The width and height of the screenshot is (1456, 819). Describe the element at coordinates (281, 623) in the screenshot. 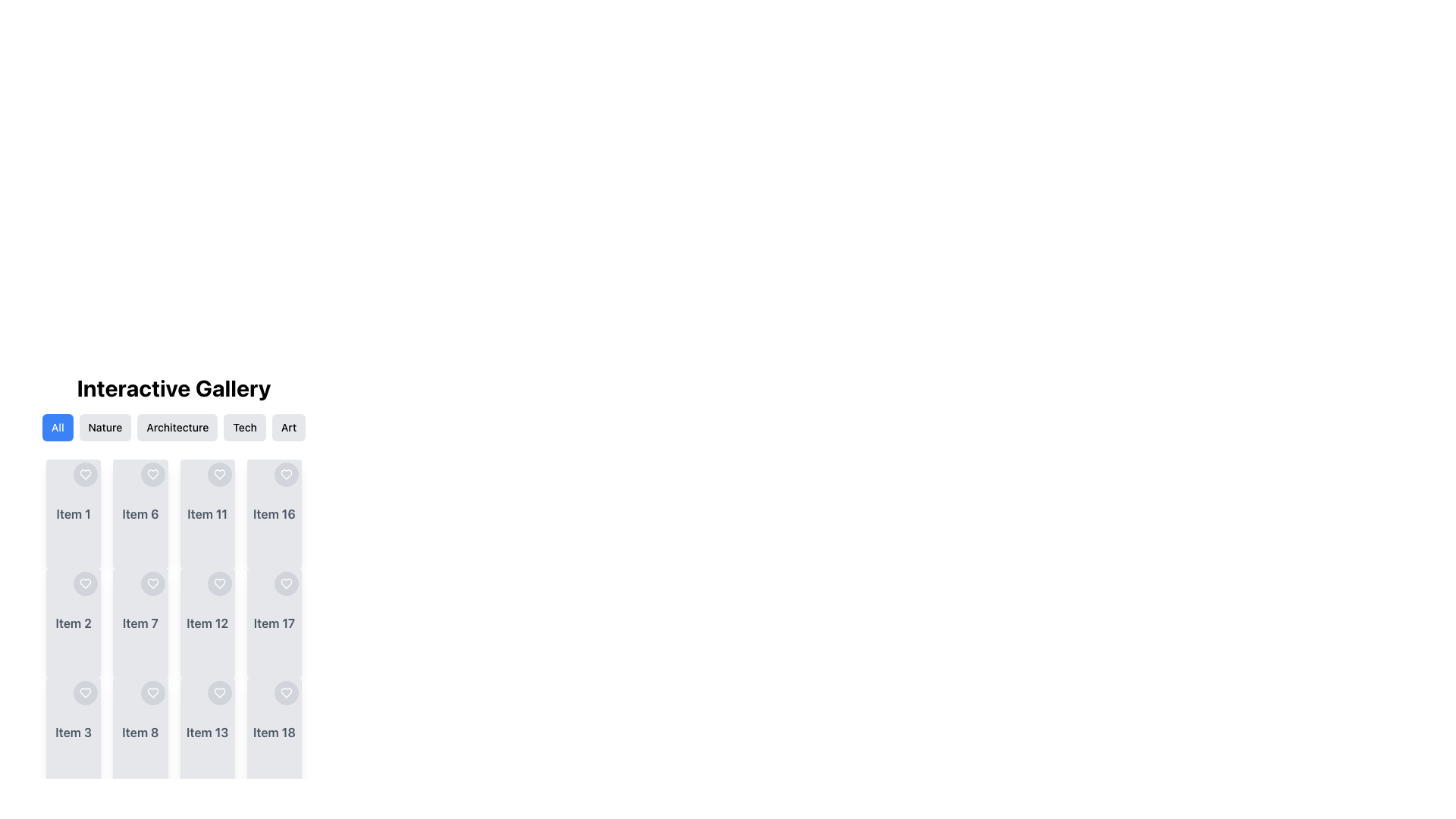

I see `the label located within a blue rectangular button with rounded edges at the bottom of a card in the fourth column of the grid layout` at that location.